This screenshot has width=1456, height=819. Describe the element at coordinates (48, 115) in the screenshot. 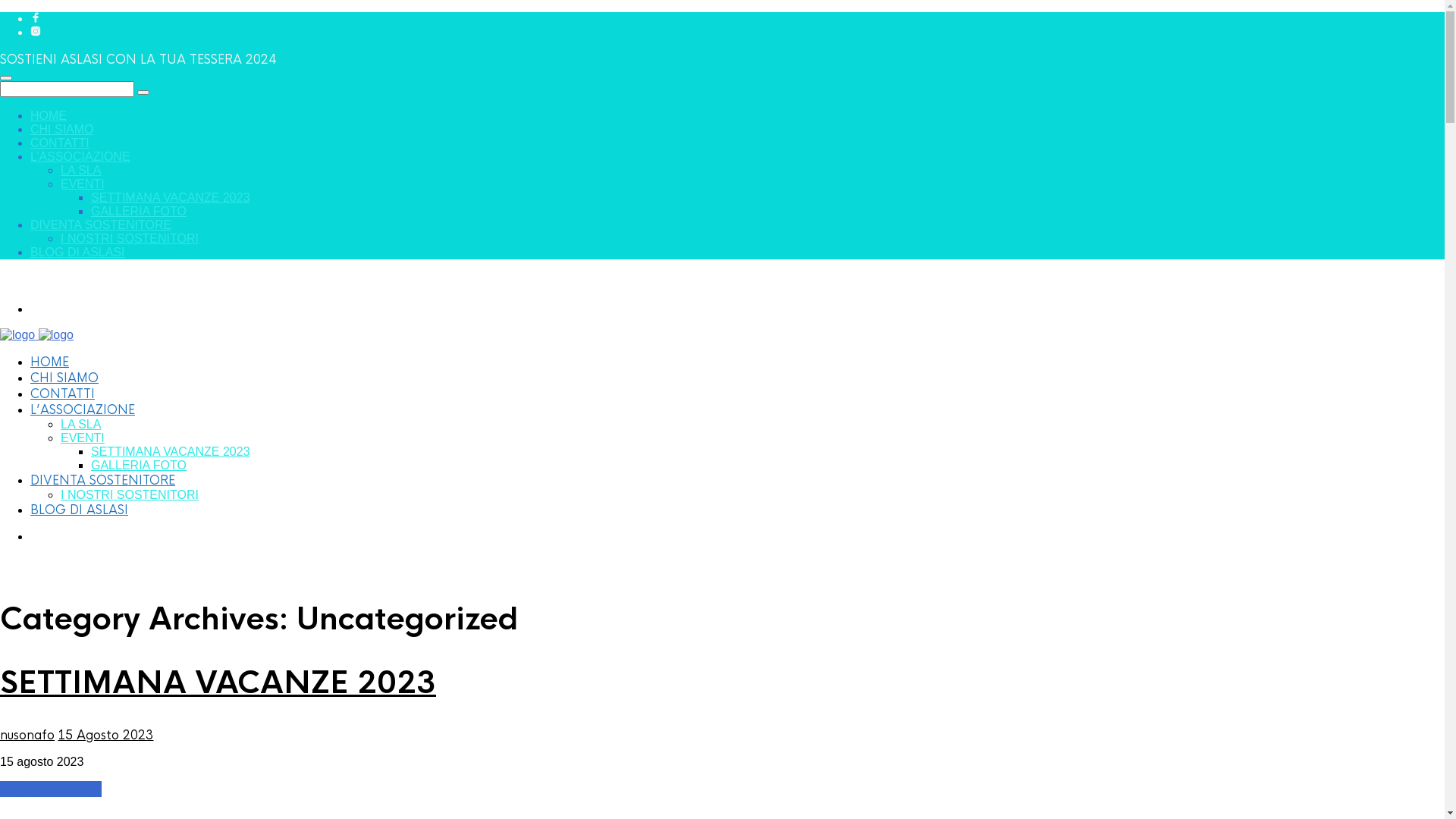

I see `'HOME'` at that location.